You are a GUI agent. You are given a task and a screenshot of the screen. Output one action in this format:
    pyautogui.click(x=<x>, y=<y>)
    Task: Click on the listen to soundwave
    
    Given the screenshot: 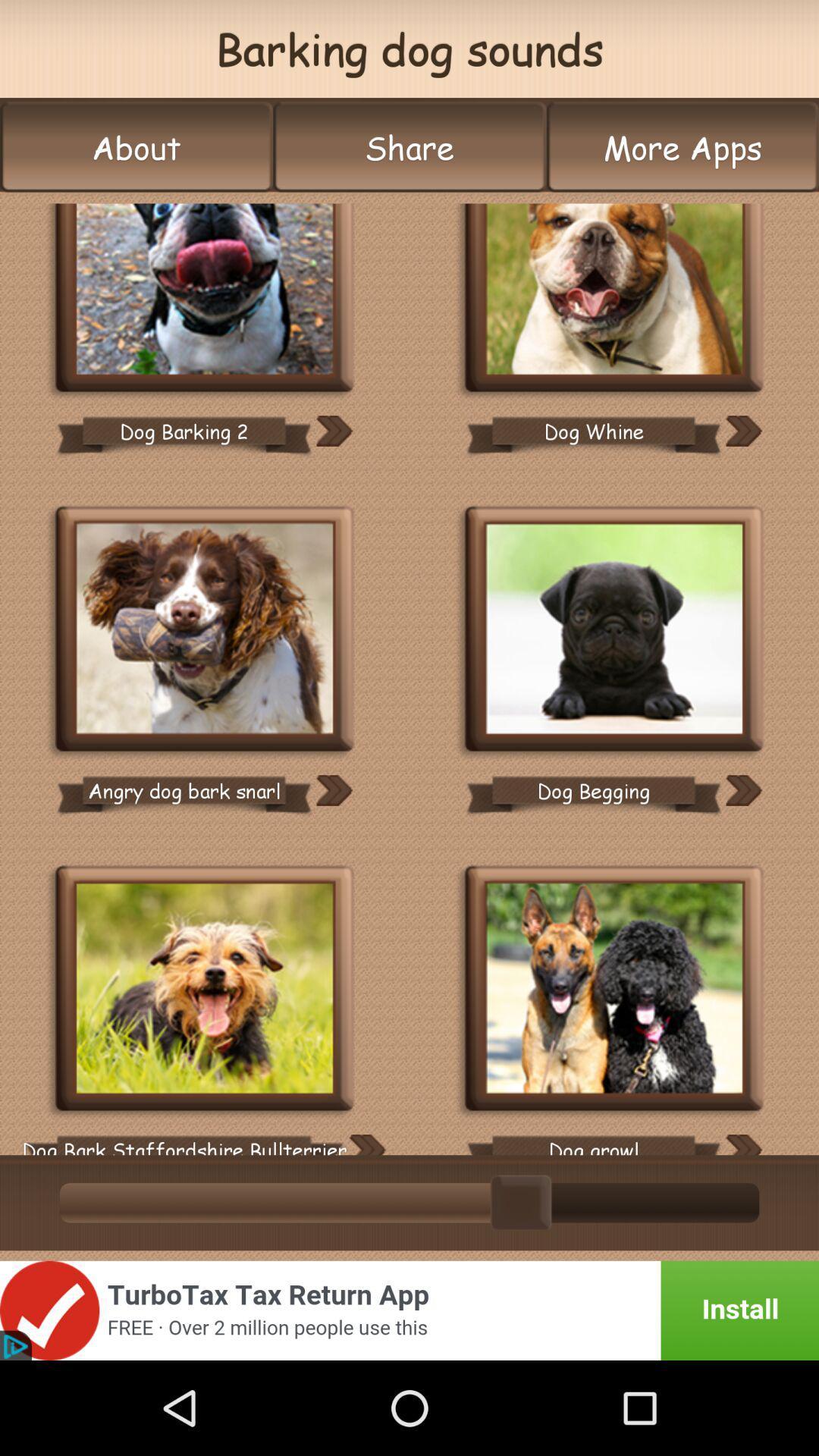 What is the action you would take?
    pyautogui.click(x=742, y=1144)
    